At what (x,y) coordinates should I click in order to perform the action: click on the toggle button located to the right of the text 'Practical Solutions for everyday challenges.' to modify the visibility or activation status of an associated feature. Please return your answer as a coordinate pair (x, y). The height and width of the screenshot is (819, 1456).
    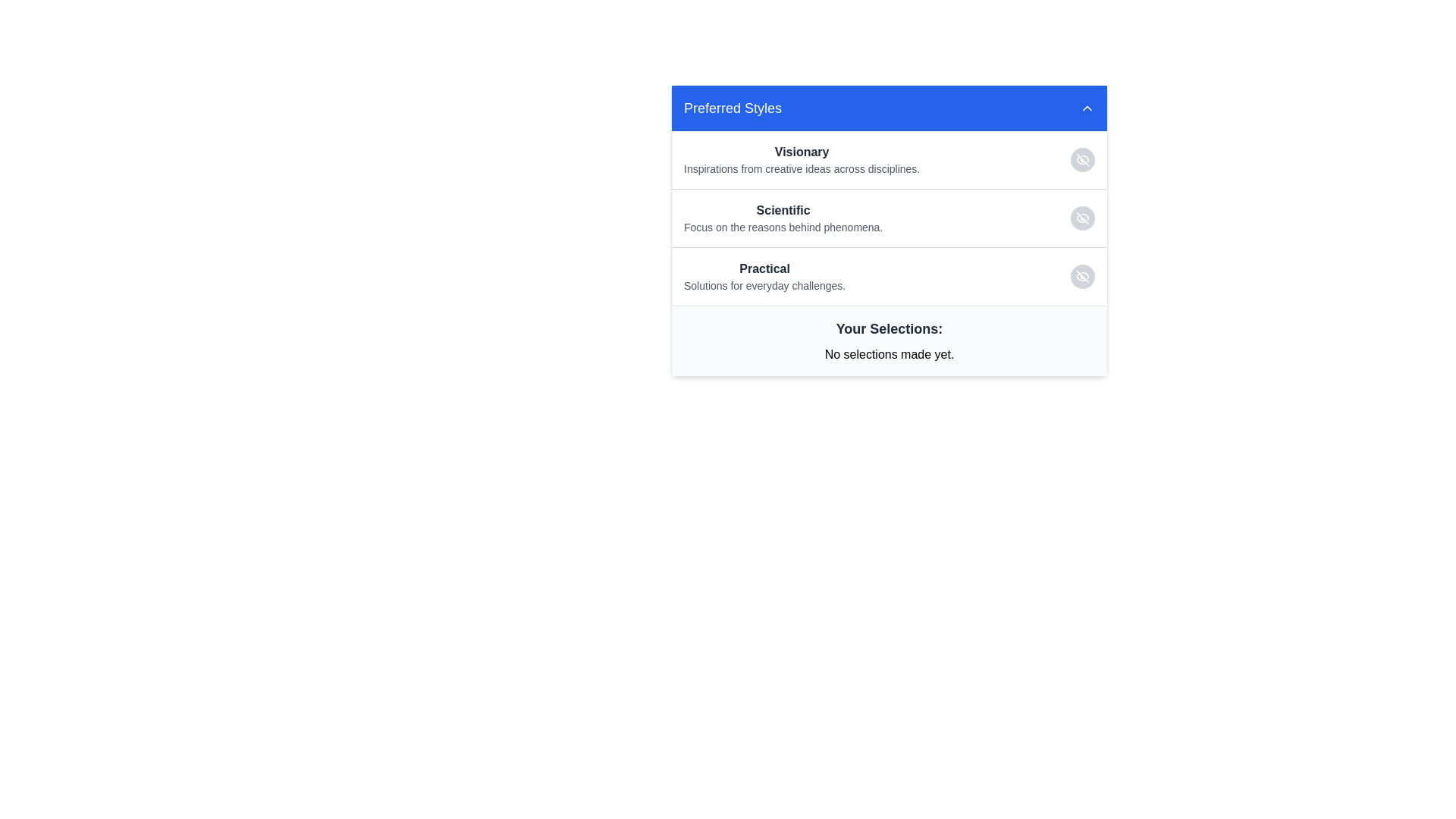
    Looking at the image, I should click on (1082, 277).